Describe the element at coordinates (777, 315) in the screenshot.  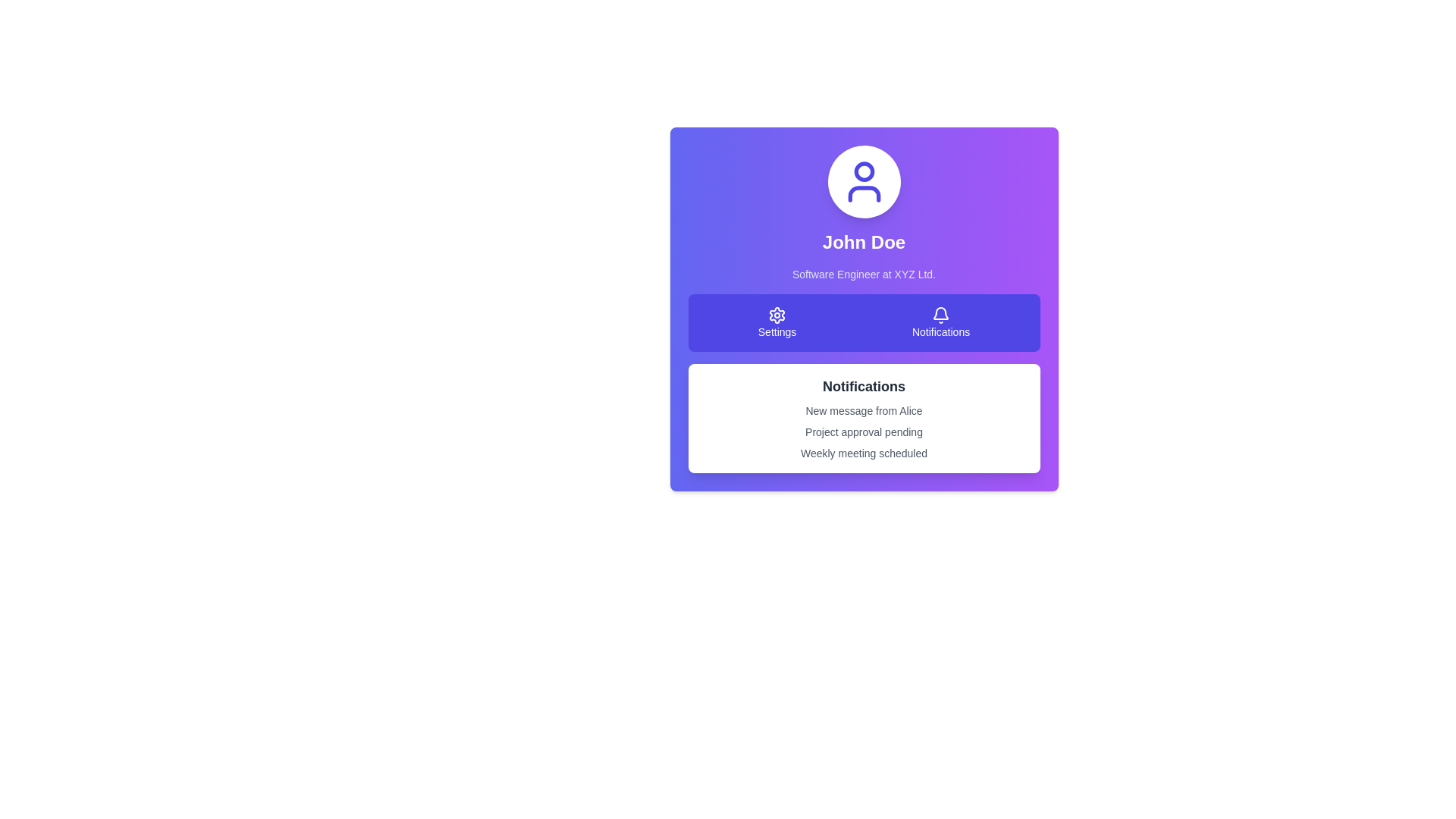
I see `the 'Settings' icon, which is the first icon in a row of two icons located below the user information section` at that location.